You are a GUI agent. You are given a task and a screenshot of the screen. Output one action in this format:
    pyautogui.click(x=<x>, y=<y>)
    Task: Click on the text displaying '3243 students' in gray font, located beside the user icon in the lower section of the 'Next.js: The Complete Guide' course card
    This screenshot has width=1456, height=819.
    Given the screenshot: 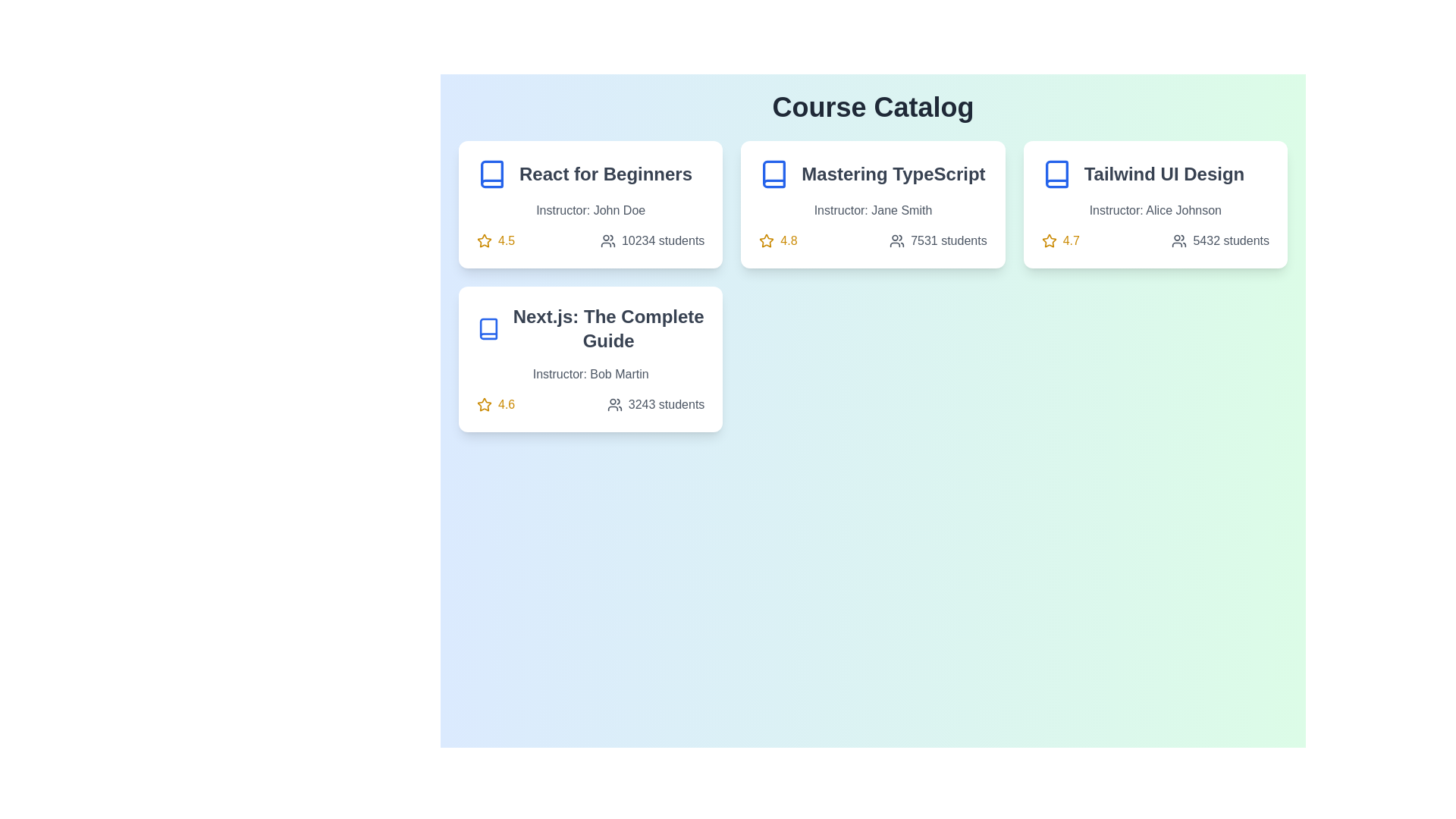 What is the action you would take?
    pyautogui.click(x=666, y=403)
    